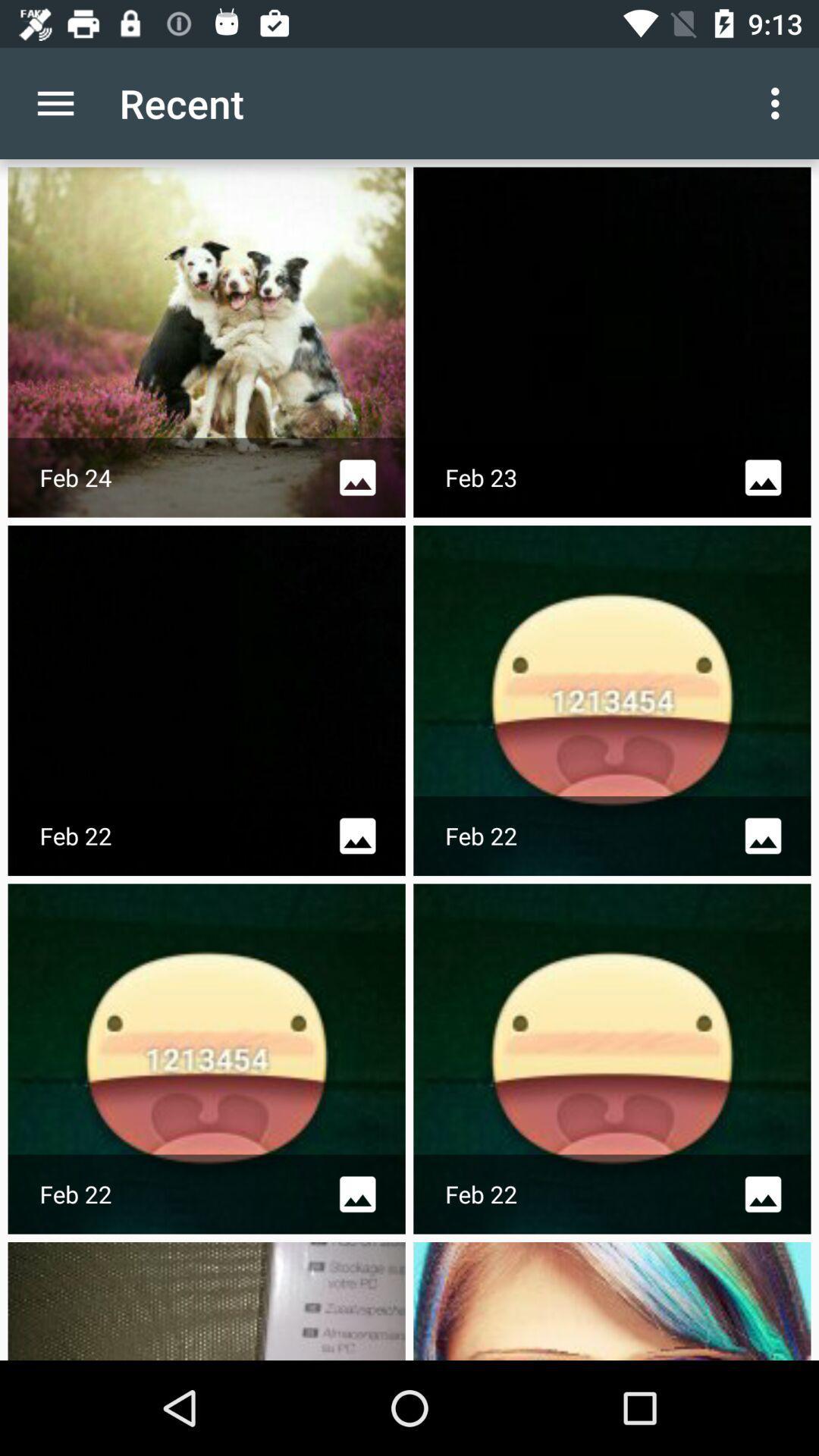 The height and width of the screenshot is (1456, 819). What do you see at coordinates (55, 102) in the screenshot?
I see `the item to the left of the recent app` at bounding box center [55, 102].